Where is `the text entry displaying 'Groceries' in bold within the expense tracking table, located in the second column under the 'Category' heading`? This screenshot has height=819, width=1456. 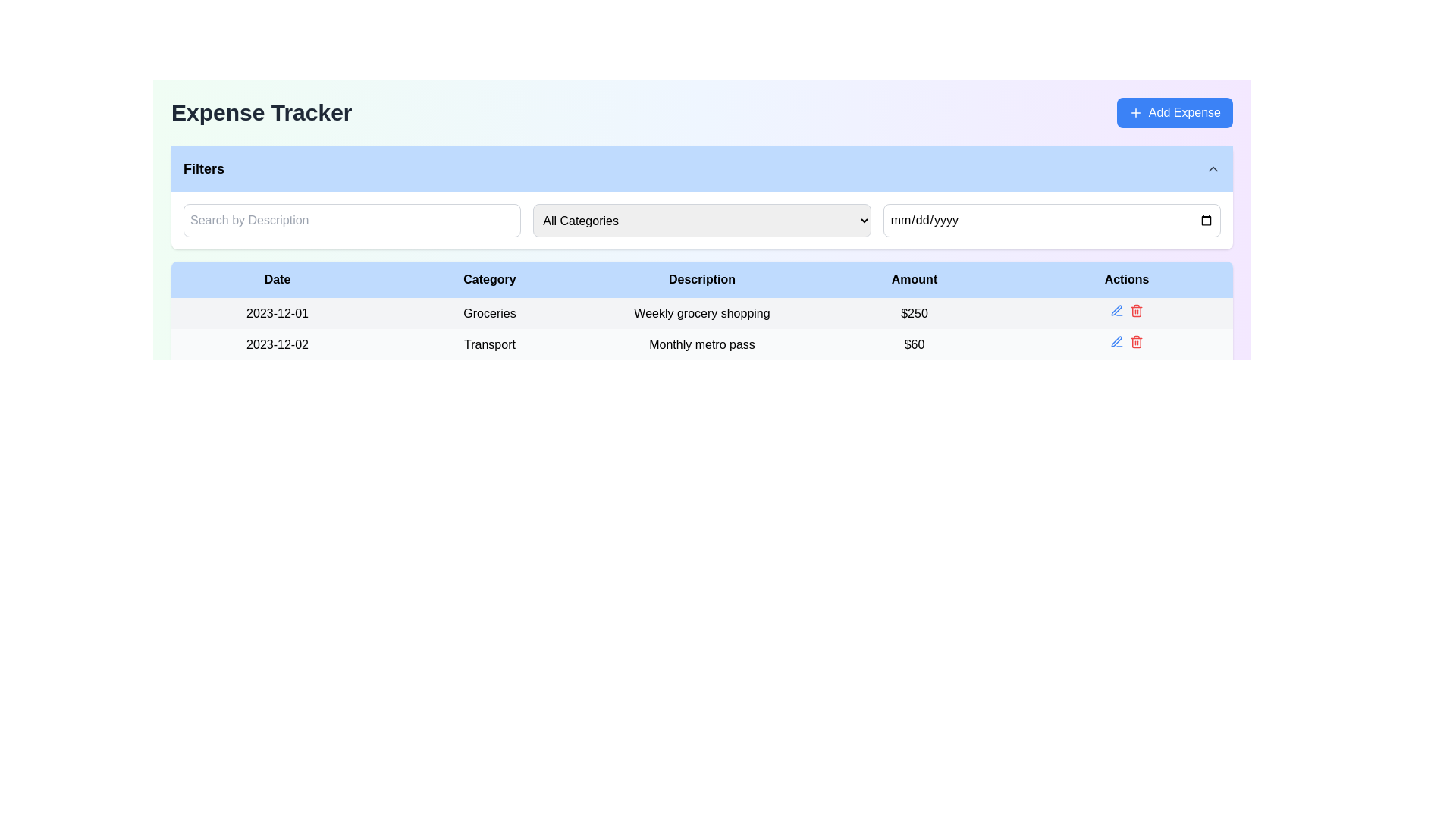
the text entry displaying 'Groceries' in bold within the expense tracking table, located in the second column under the 'Category' heading is located at coordinates (490, 312).